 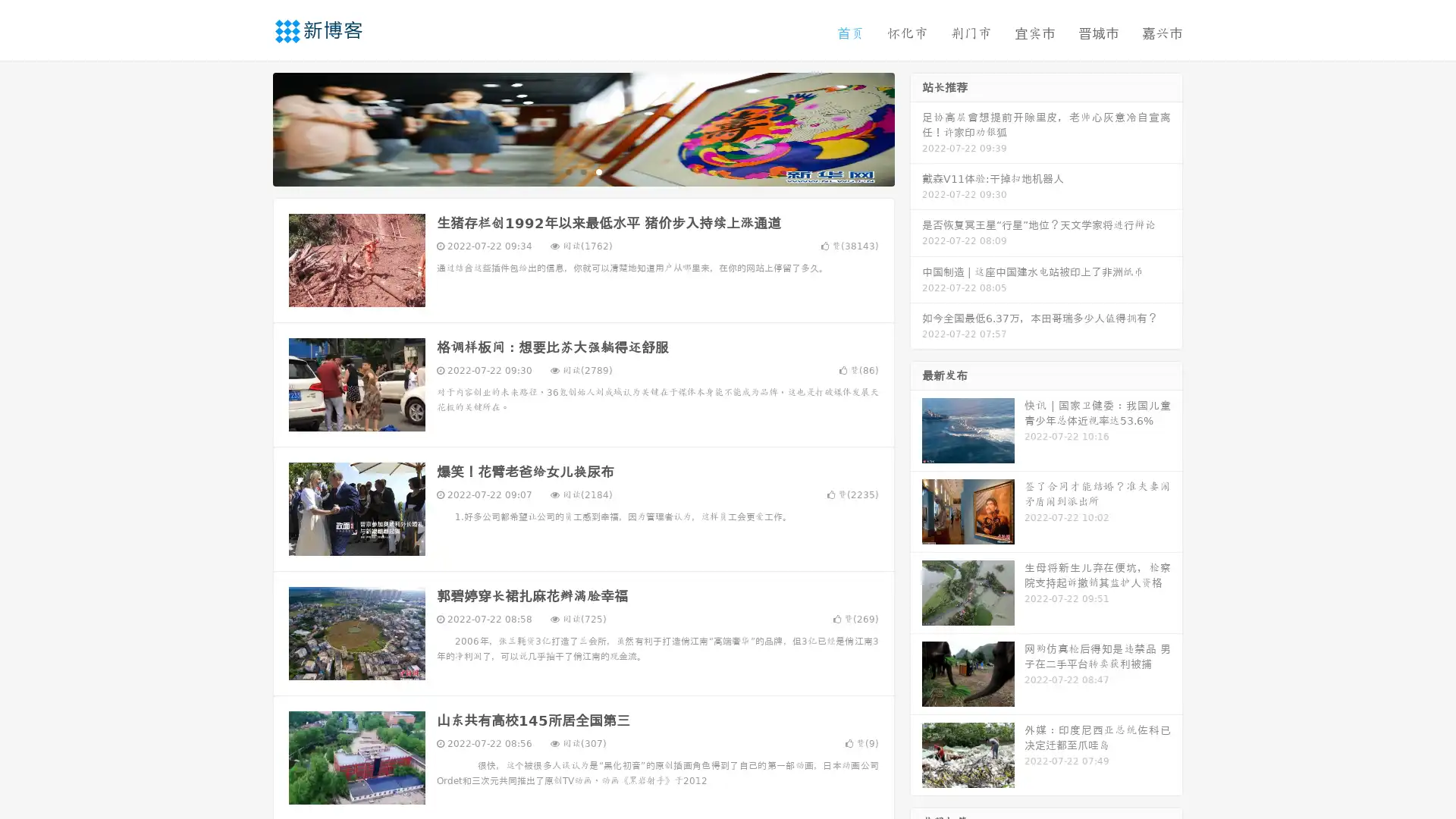 I want to click on Go to slide 2, so click(x=582, y=171).